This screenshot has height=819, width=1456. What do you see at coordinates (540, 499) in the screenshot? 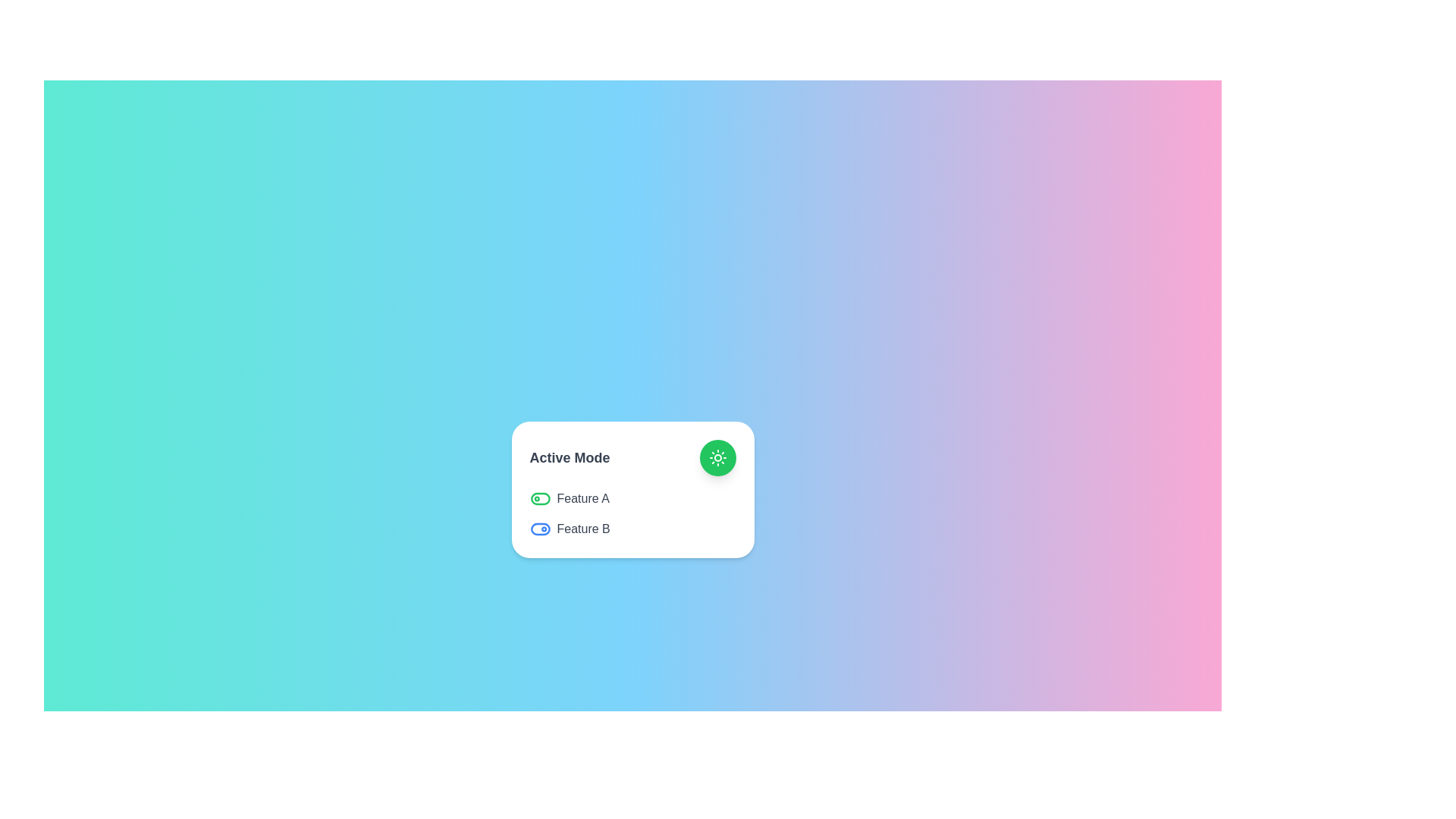
I see `the toggle switch for 'Feature A'` at bounding box center [540, 499].